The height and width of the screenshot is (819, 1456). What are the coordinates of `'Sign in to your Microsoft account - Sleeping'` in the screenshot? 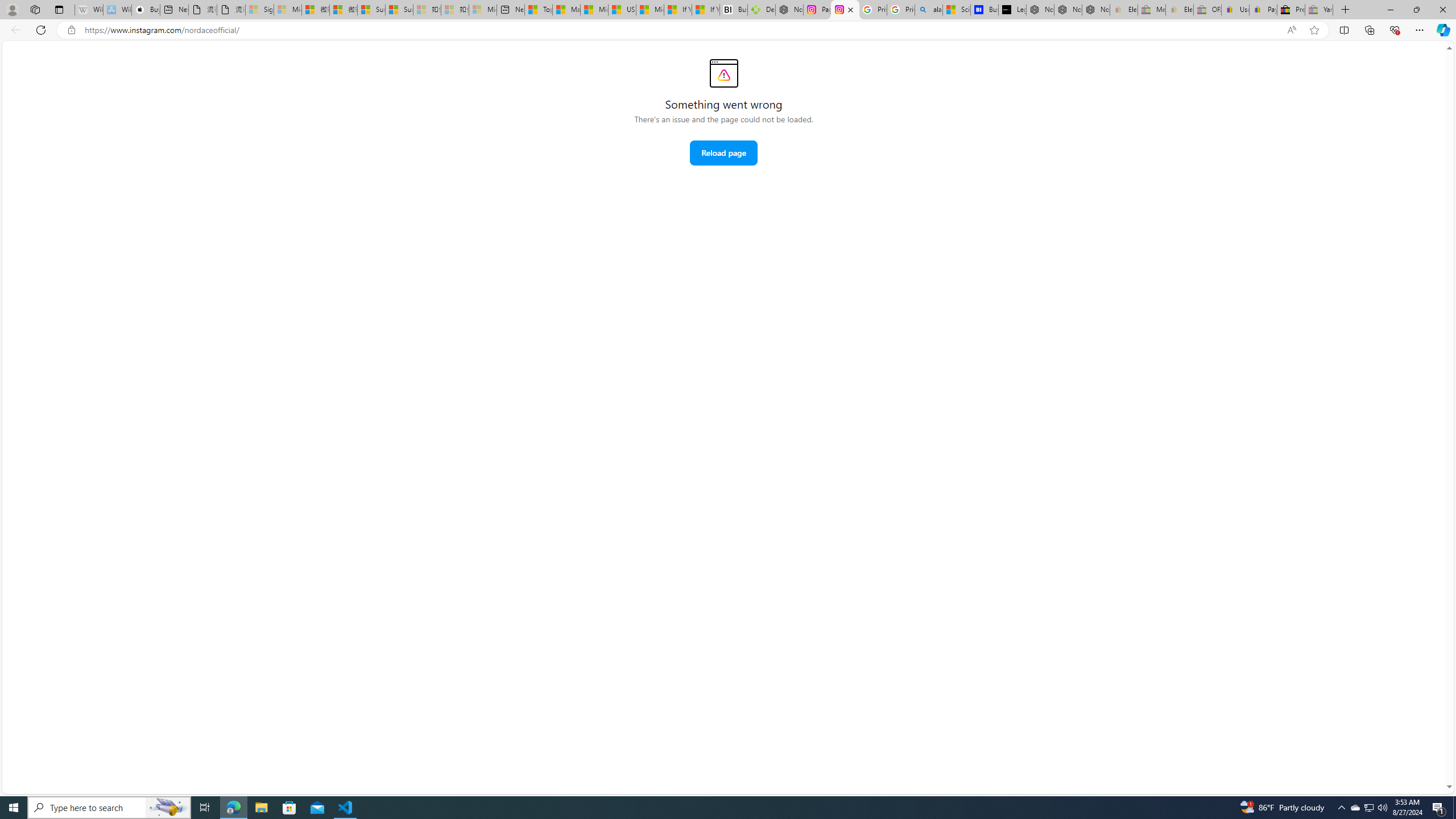 It's located at (258, 9).